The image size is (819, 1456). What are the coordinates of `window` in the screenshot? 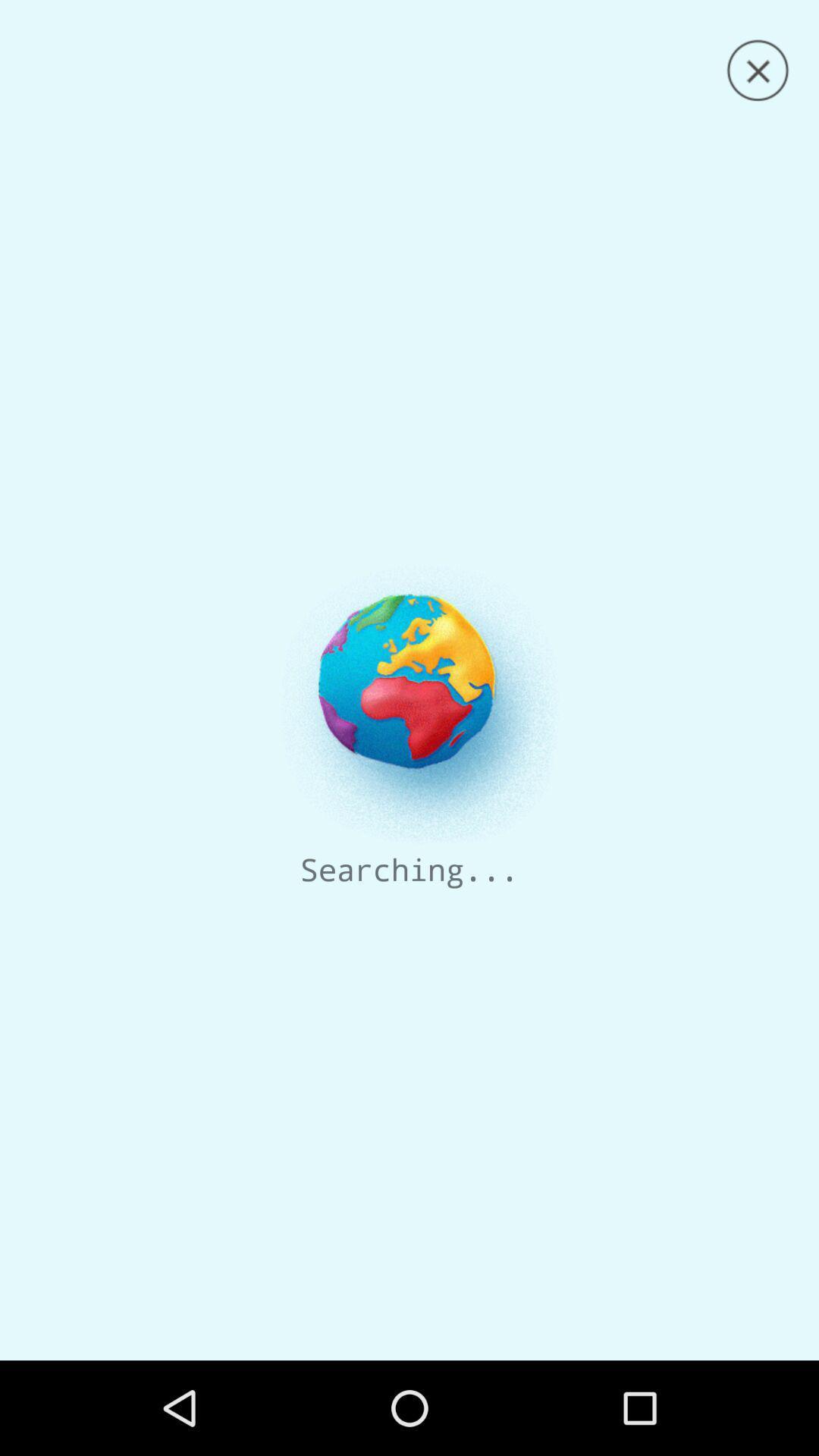 It's located at (758, 70).